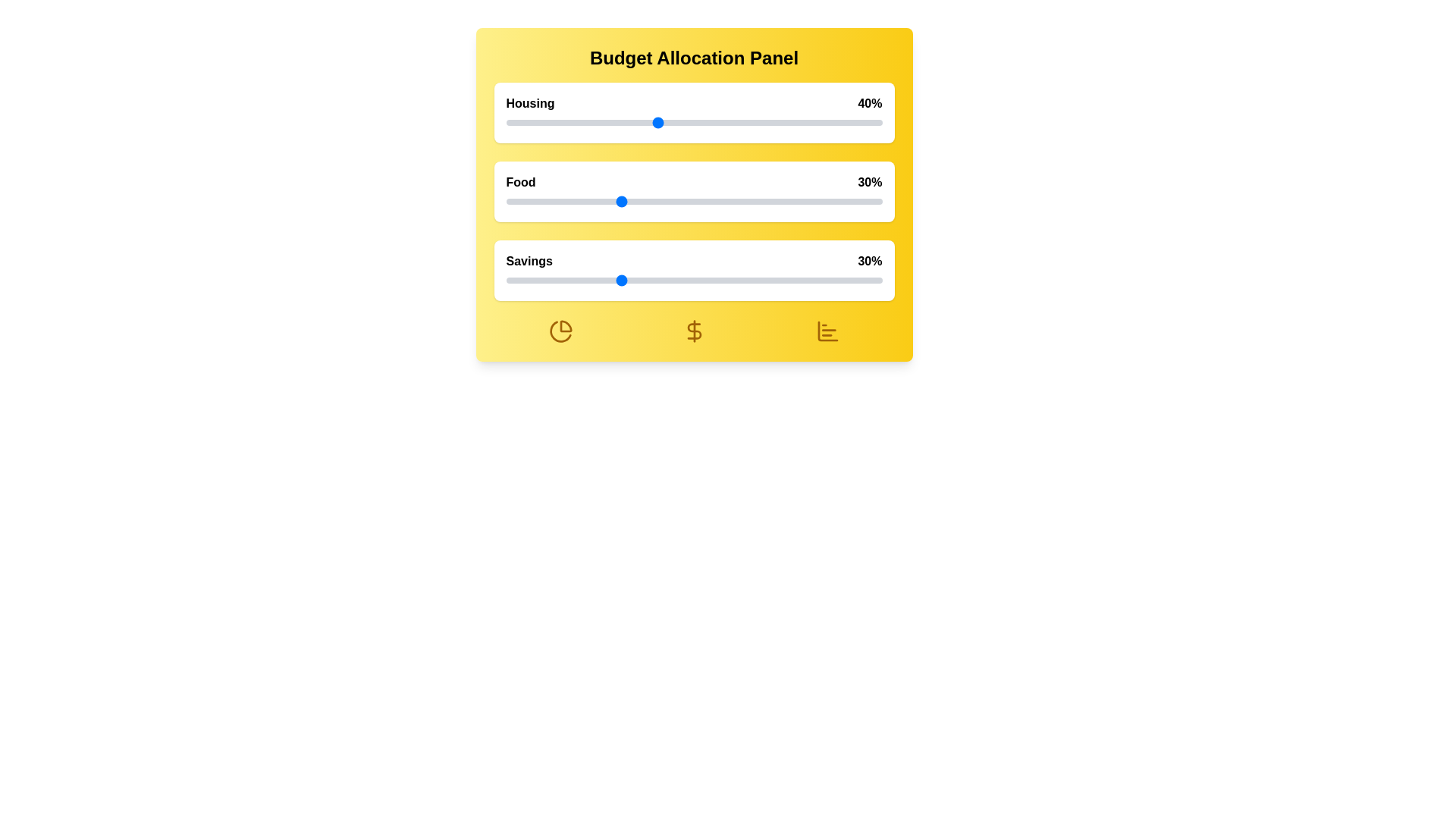 The height and width of the screenshot is (819, 1456). I want to click on text from the 'Food' label, which is a bold and dark text positioned on the second row of a vertically-stacked panel, so click(520, 181).